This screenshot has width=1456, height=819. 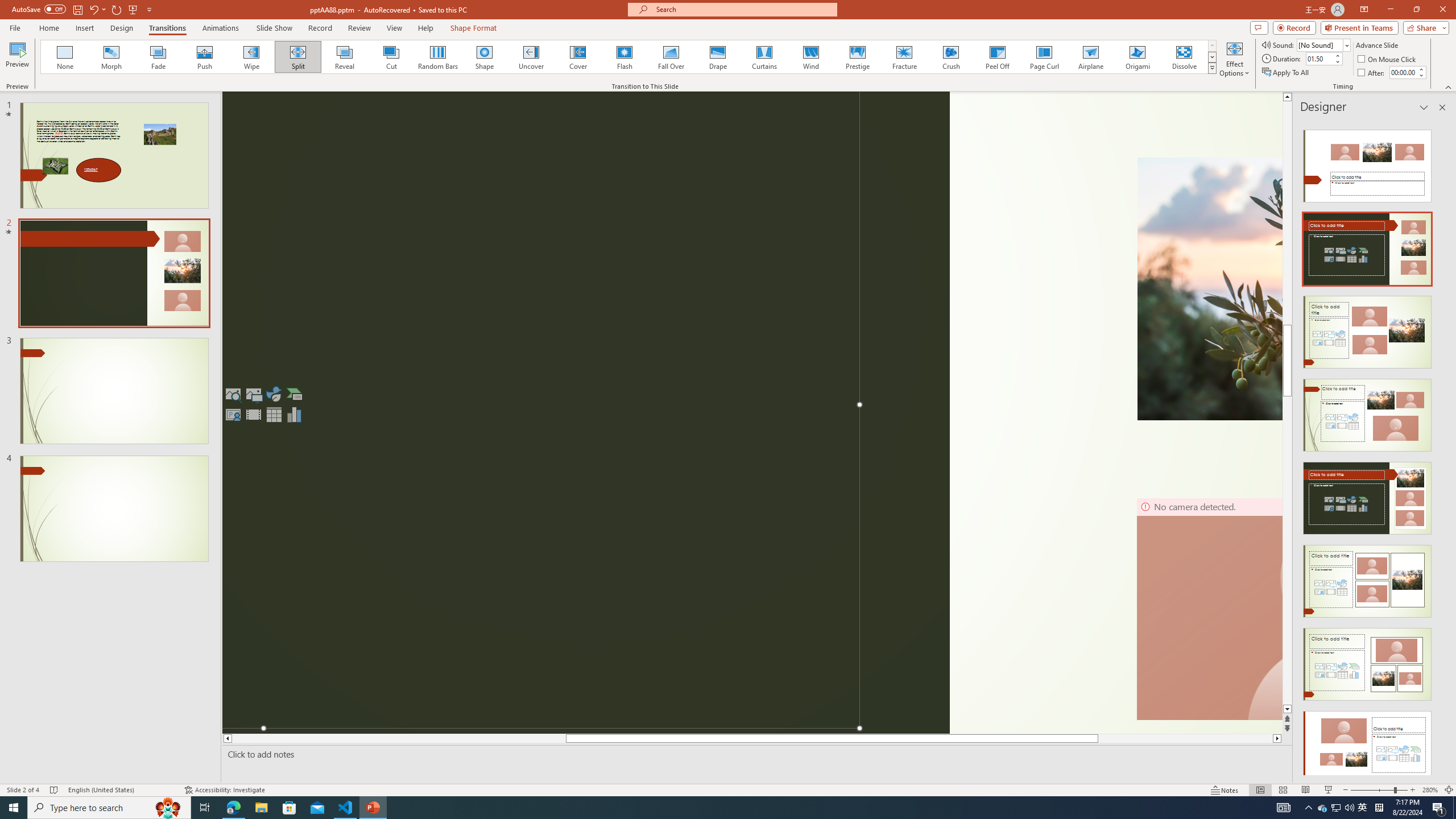 What do you see at coordinates (111, 56) in the screenshot?
I see `'Morph'` at bounding box center [111, 56].